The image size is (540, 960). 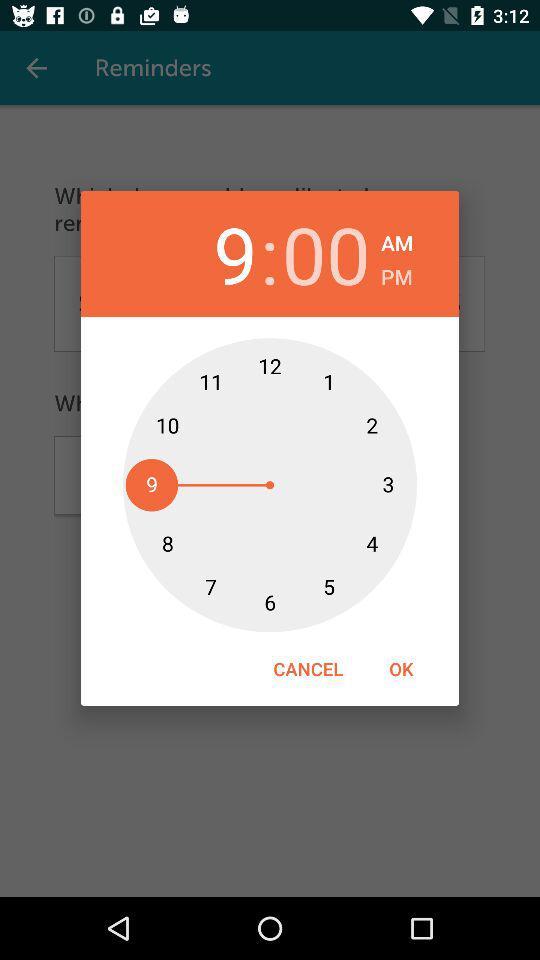 What do you see at coordinates (326, 253) in the screenshot?
I see `icon to the left of am item` at bounding box center [326, 253].